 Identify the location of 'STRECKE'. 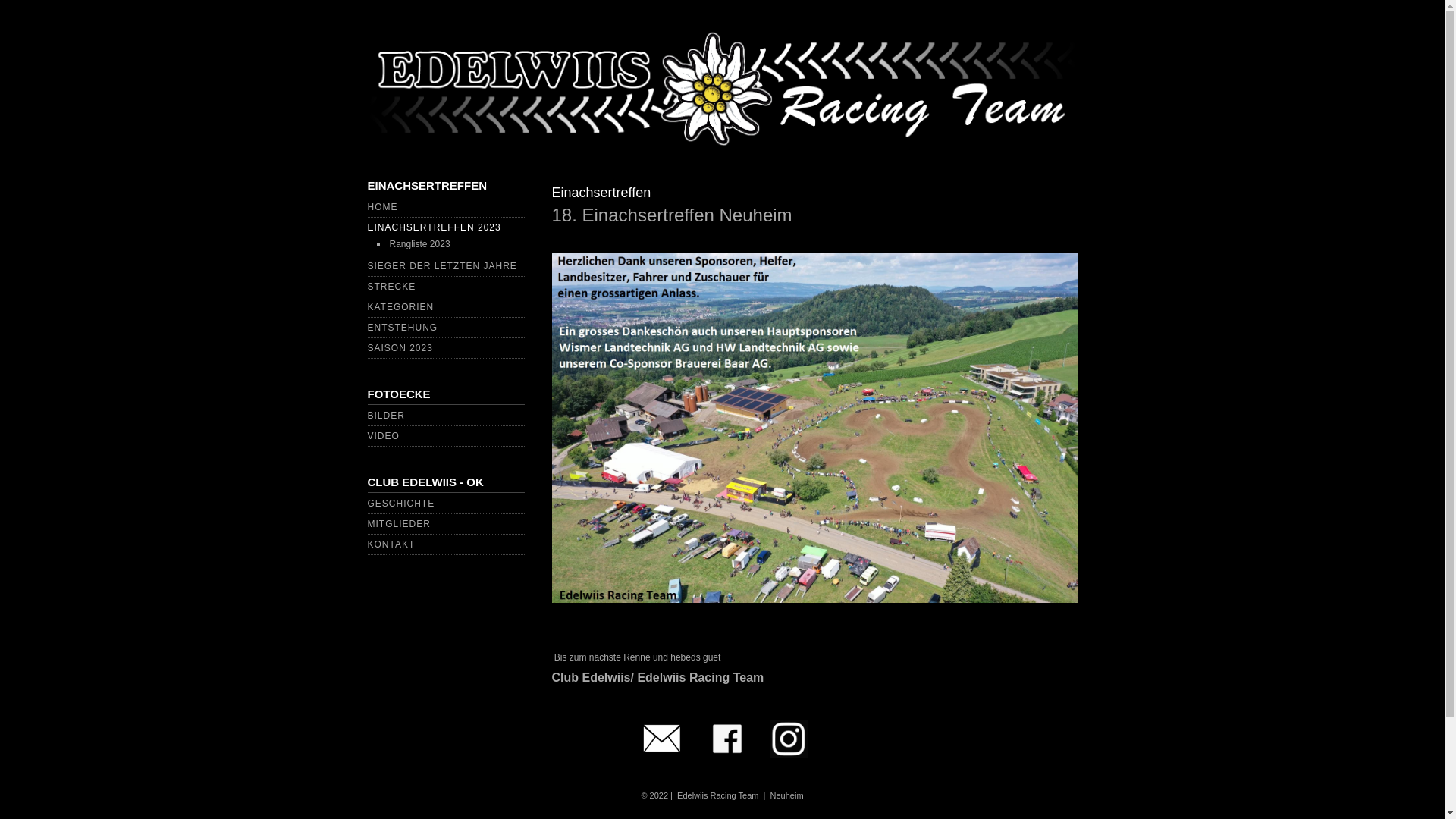
(391, 287).